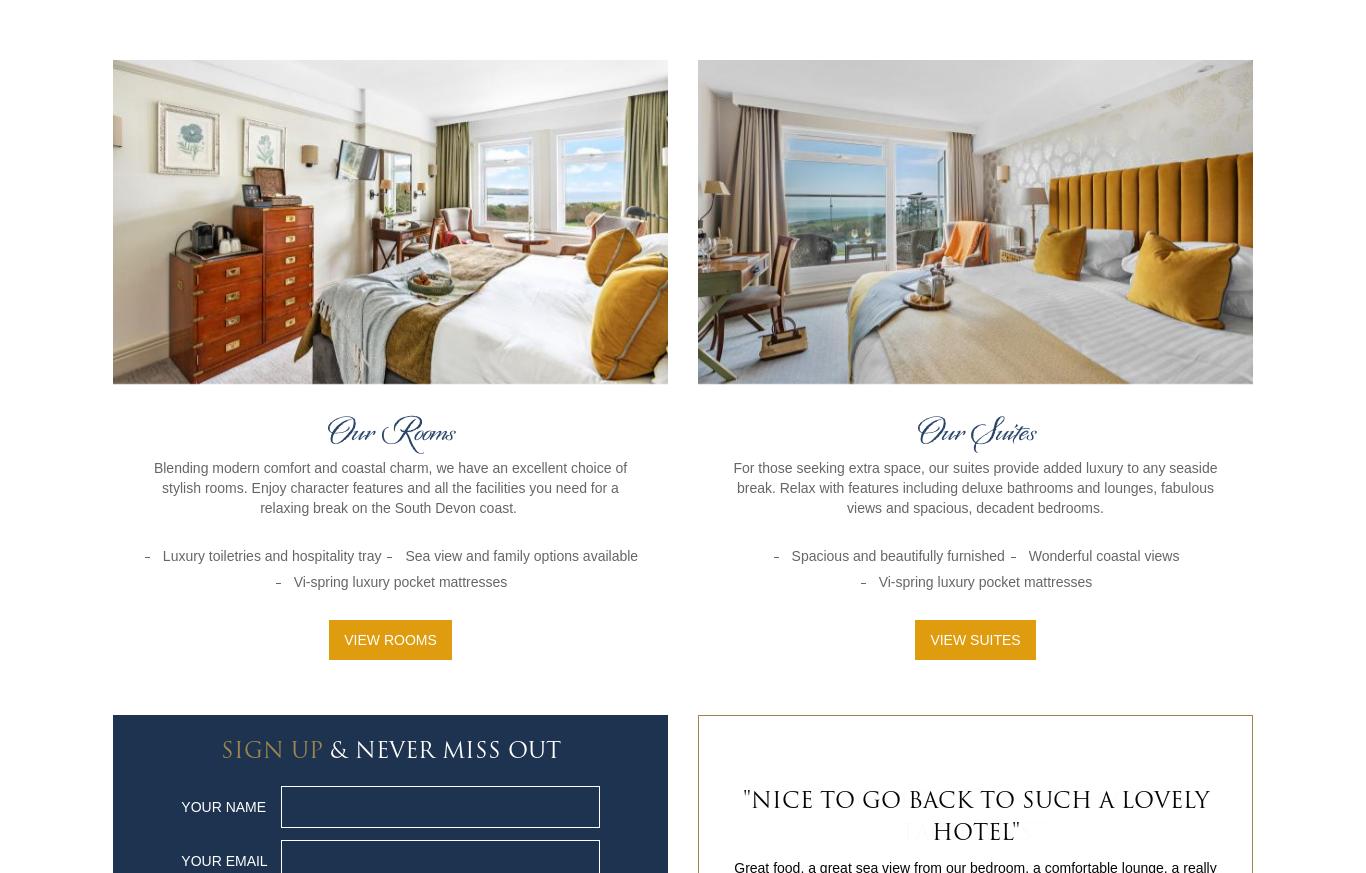  What do you see at coordinates (975, 639) in the screenshot?
I see `'View Suites'` at bounding box center [975, 639].